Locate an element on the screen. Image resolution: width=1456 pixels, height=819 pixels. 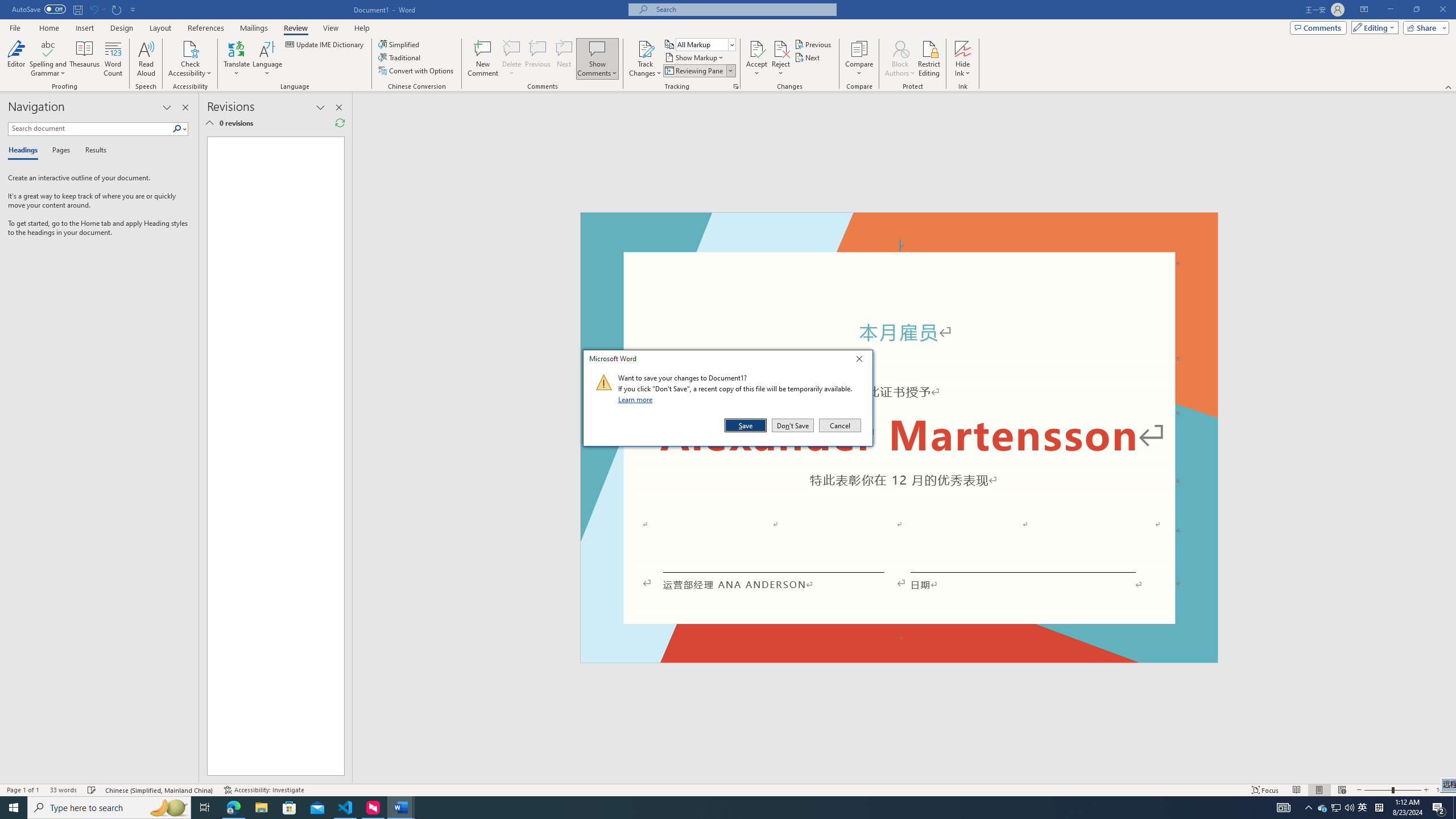
'AutoSave' is located at coordinates (39, 9).